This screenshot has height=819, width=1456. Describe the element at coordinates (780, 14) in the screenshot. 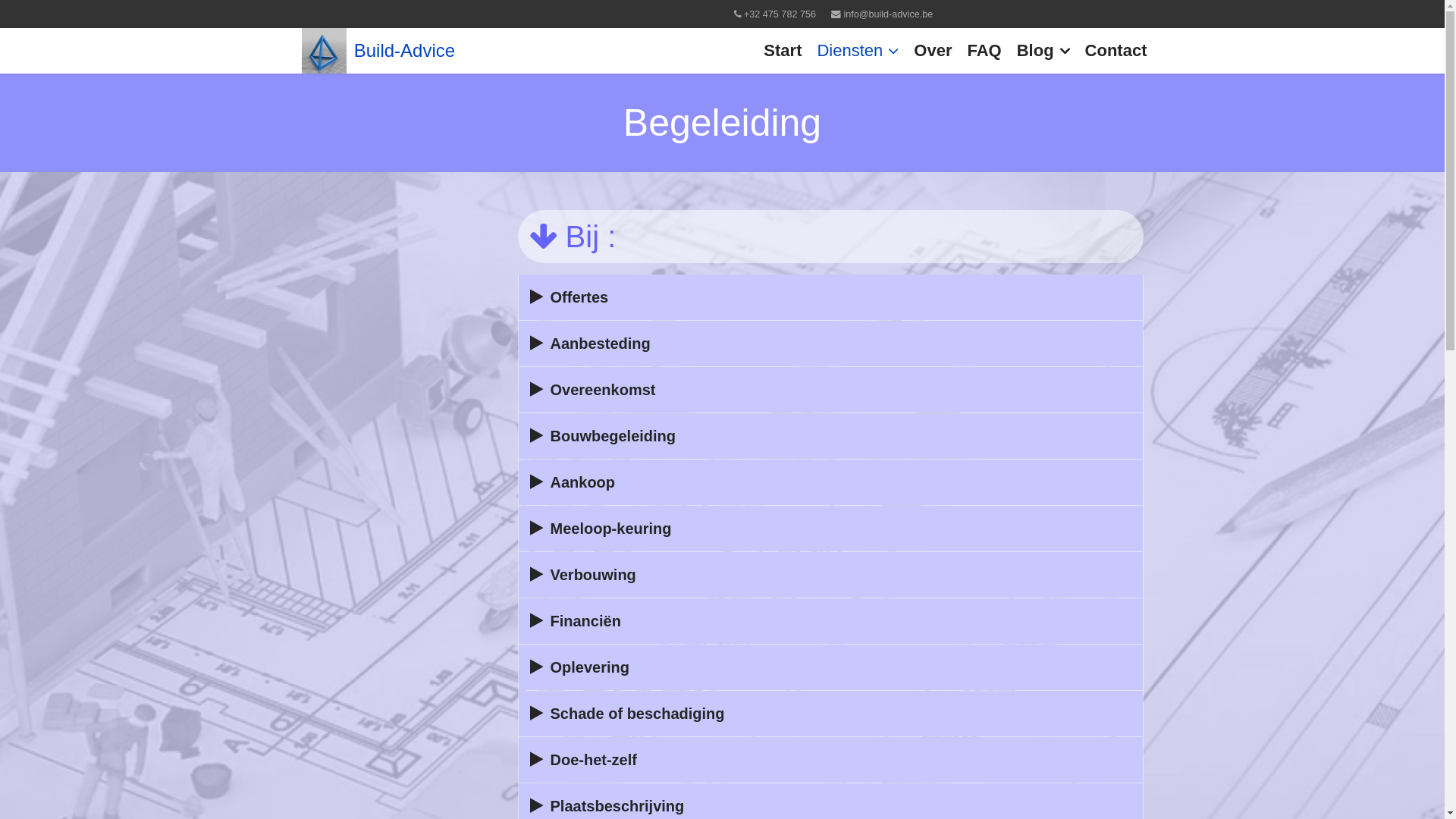

I see `'+32 475 782 756'` at that location.